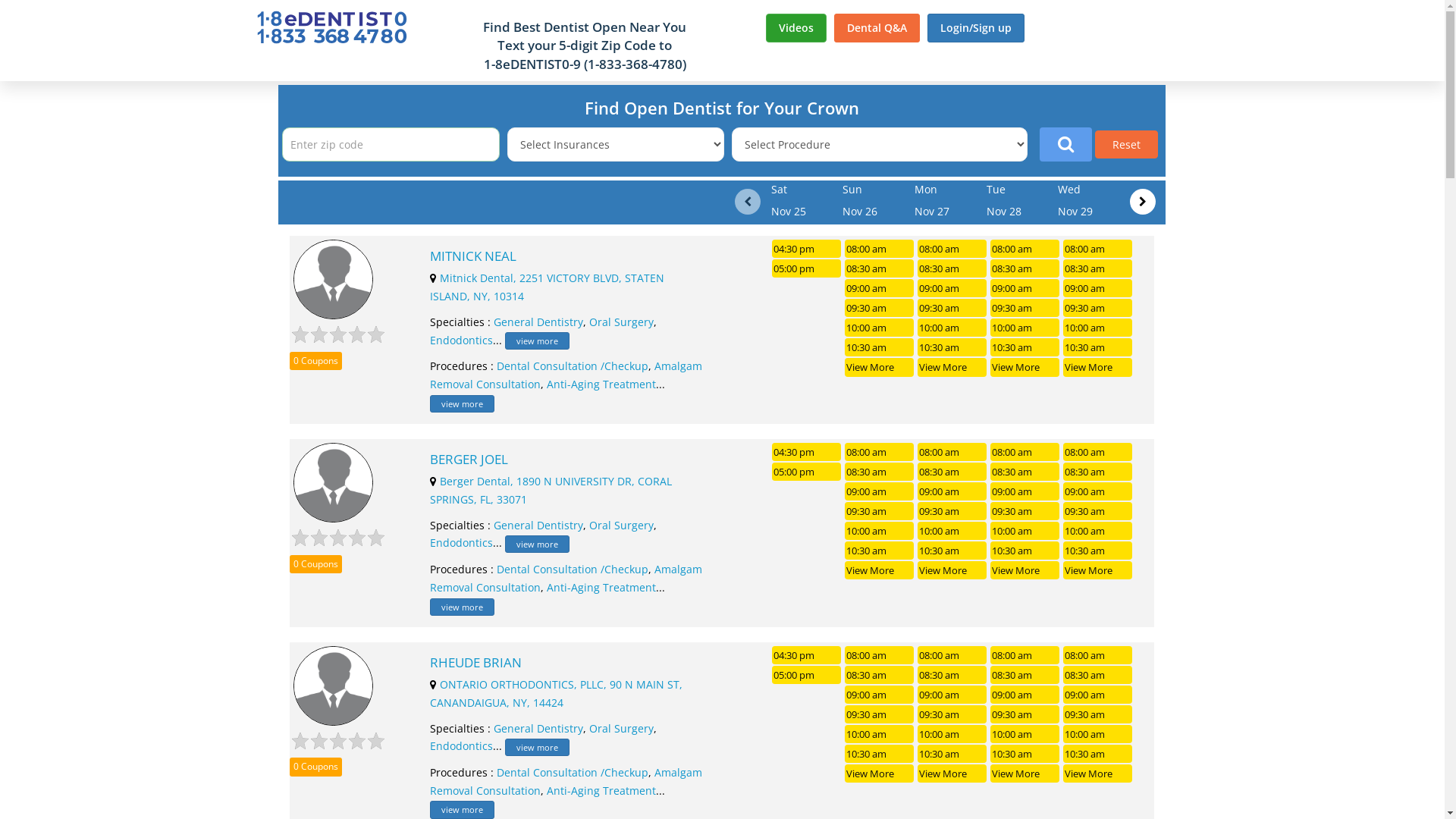 The width and height of the screenshot is (1456, 819). Describe the element at coordinates (877, 28) in the screenshot. I see `'Dental Q&A'` at that location.